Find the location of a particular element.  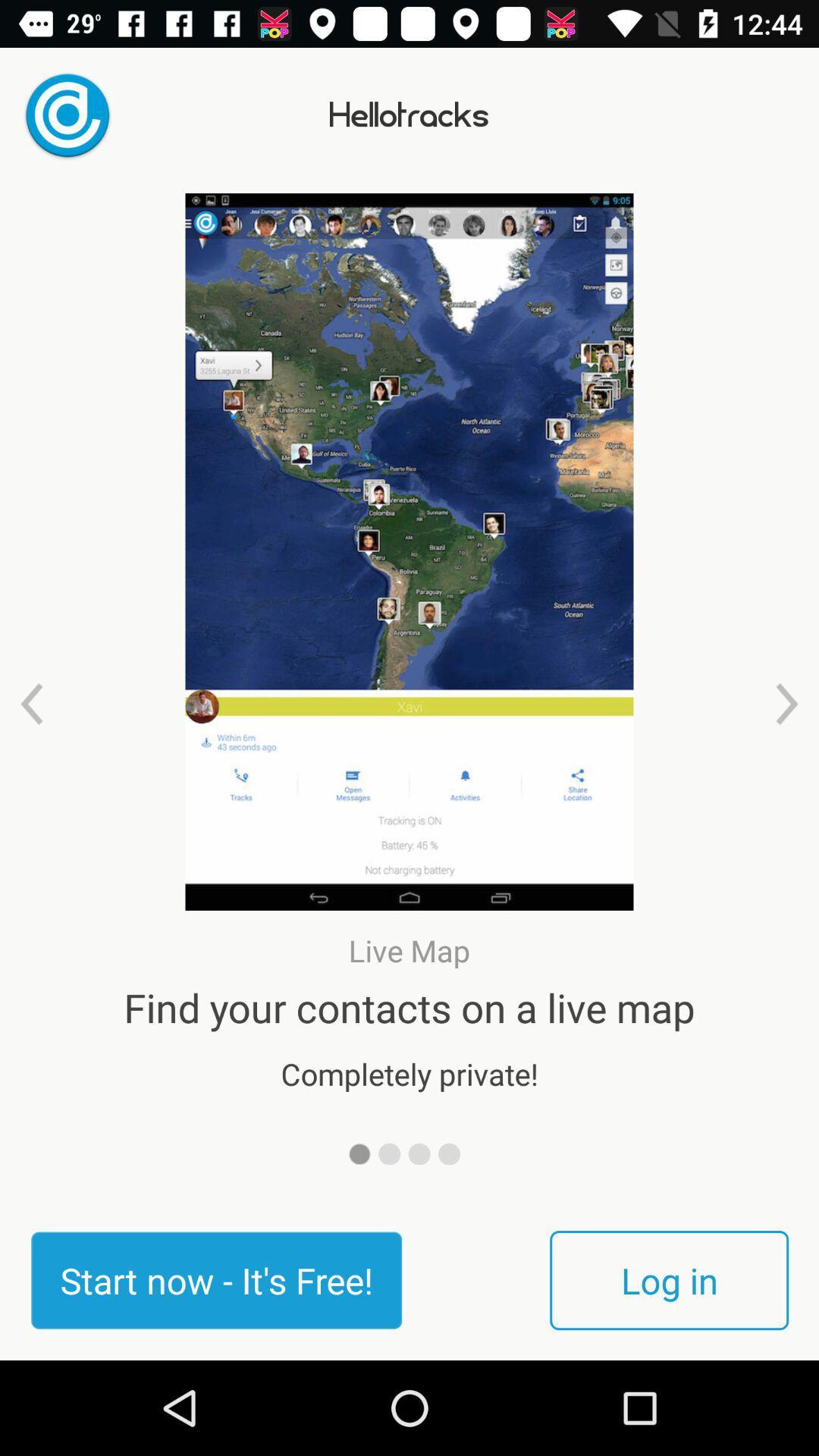

the arrow_backward icon is located at coordinates (32, 703).